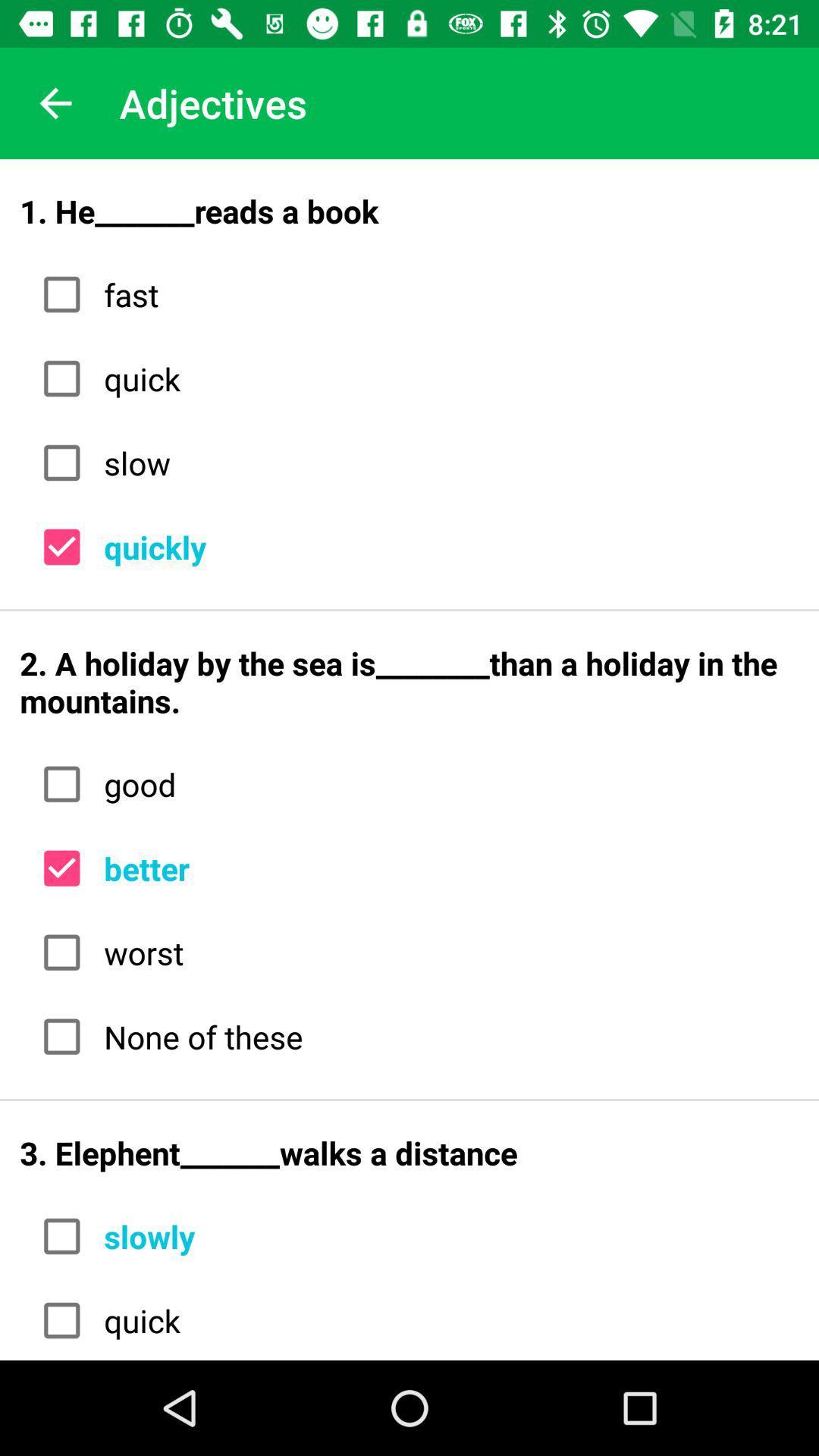 This screenshot has width=819, height=1456. Describe the element at coordinates (409, 1153) in the screenshot. I see `3 elephent_______walks a icon` at that location.